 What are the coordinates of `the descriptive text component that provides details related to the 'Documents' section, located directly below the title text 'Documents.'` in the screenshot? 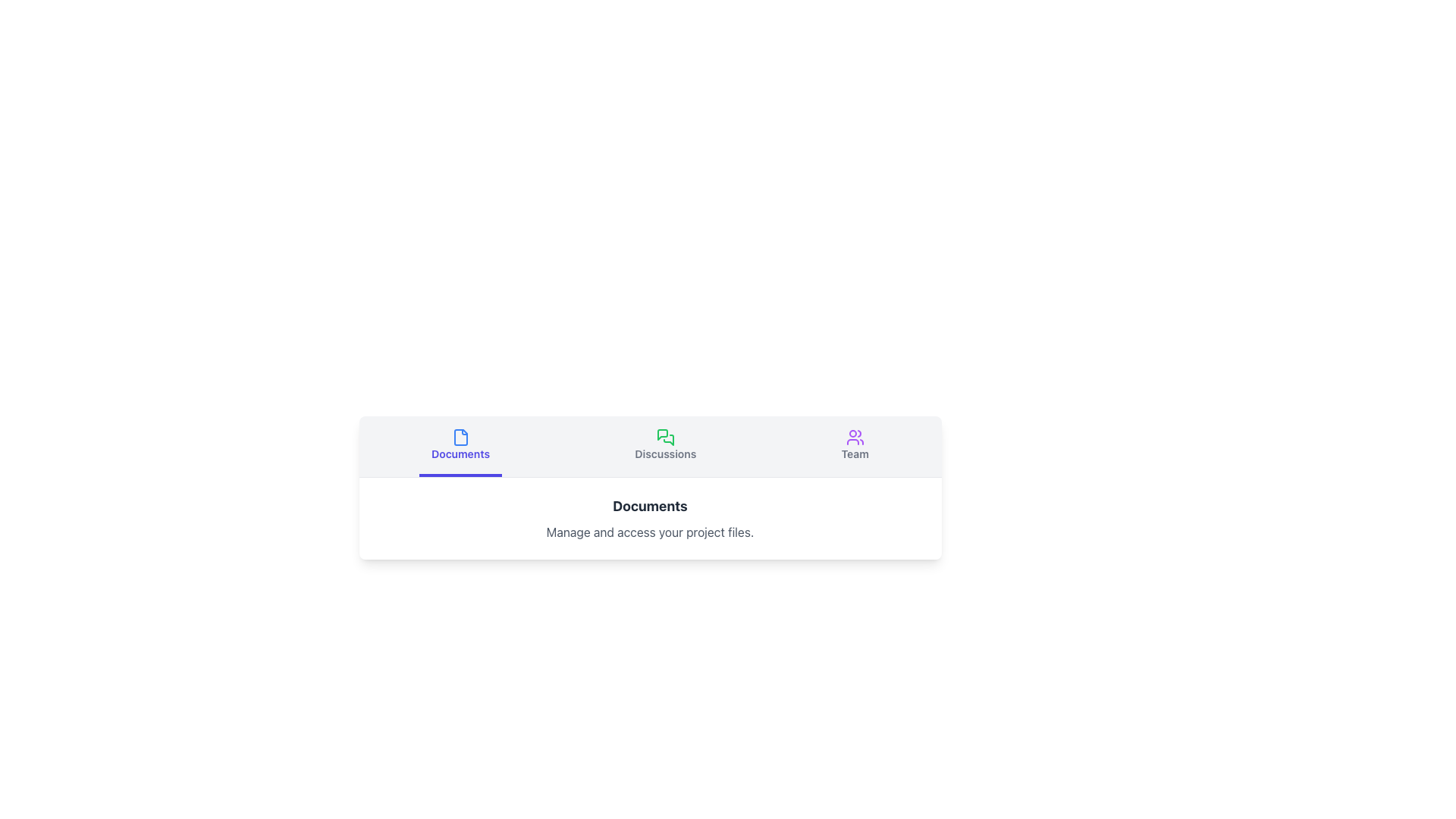 It's located at (650, 531).